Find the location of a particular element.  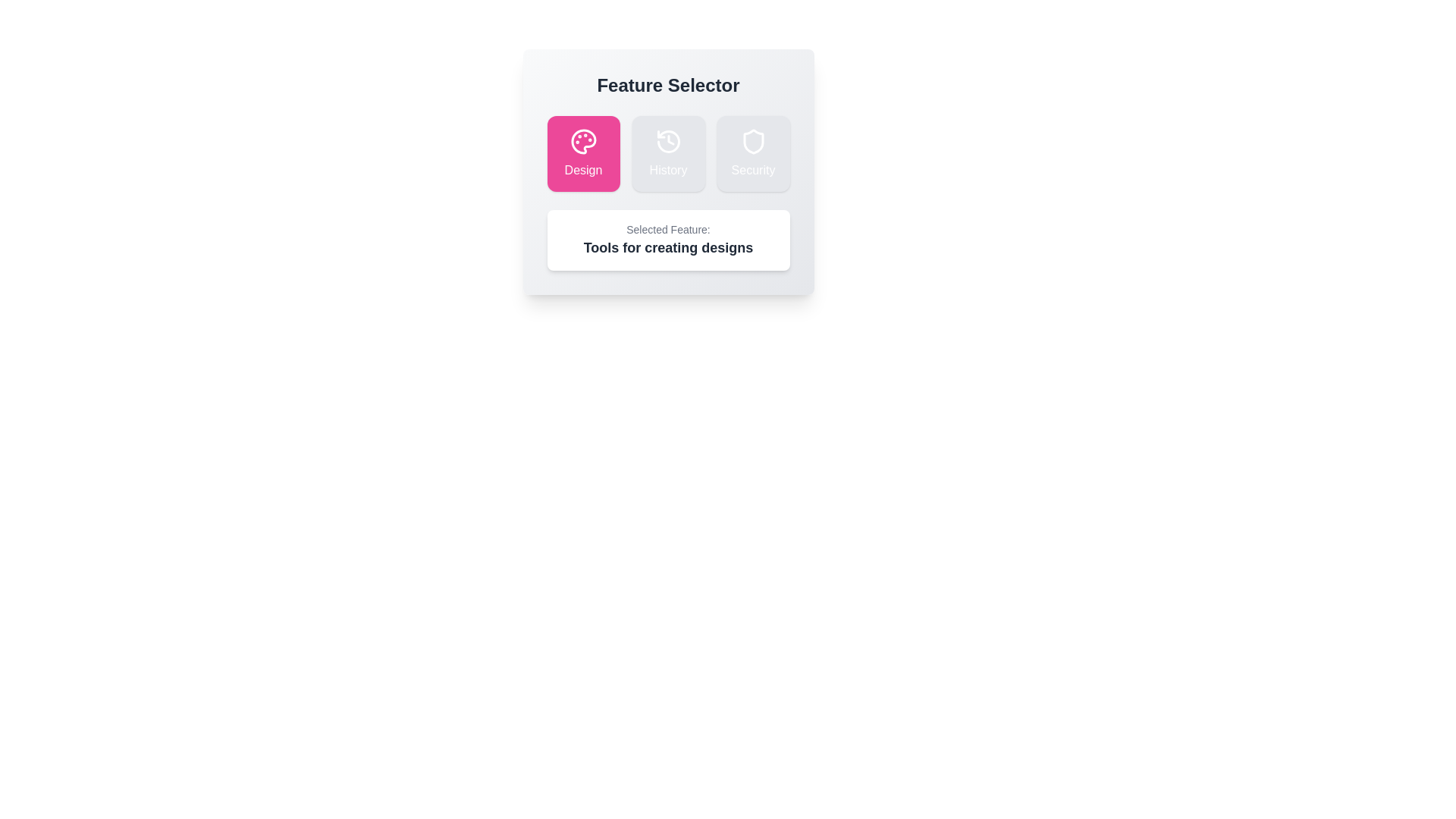

the feature Design by clicking its button is located at coordinates (582, 154).